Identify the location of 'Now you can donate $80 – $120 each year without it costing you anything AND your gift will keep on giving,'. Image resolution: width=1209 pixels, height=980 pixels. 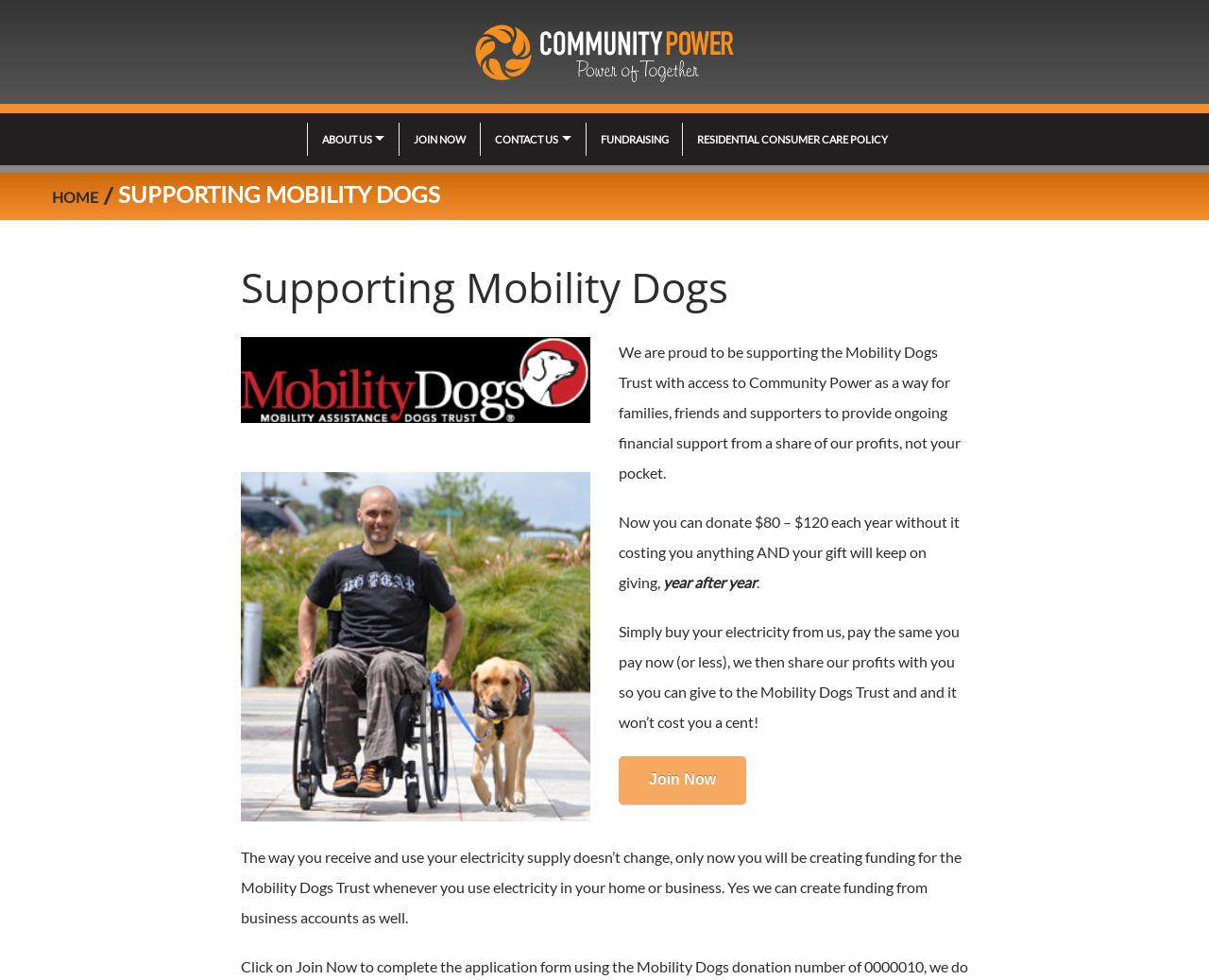
(618, 550).